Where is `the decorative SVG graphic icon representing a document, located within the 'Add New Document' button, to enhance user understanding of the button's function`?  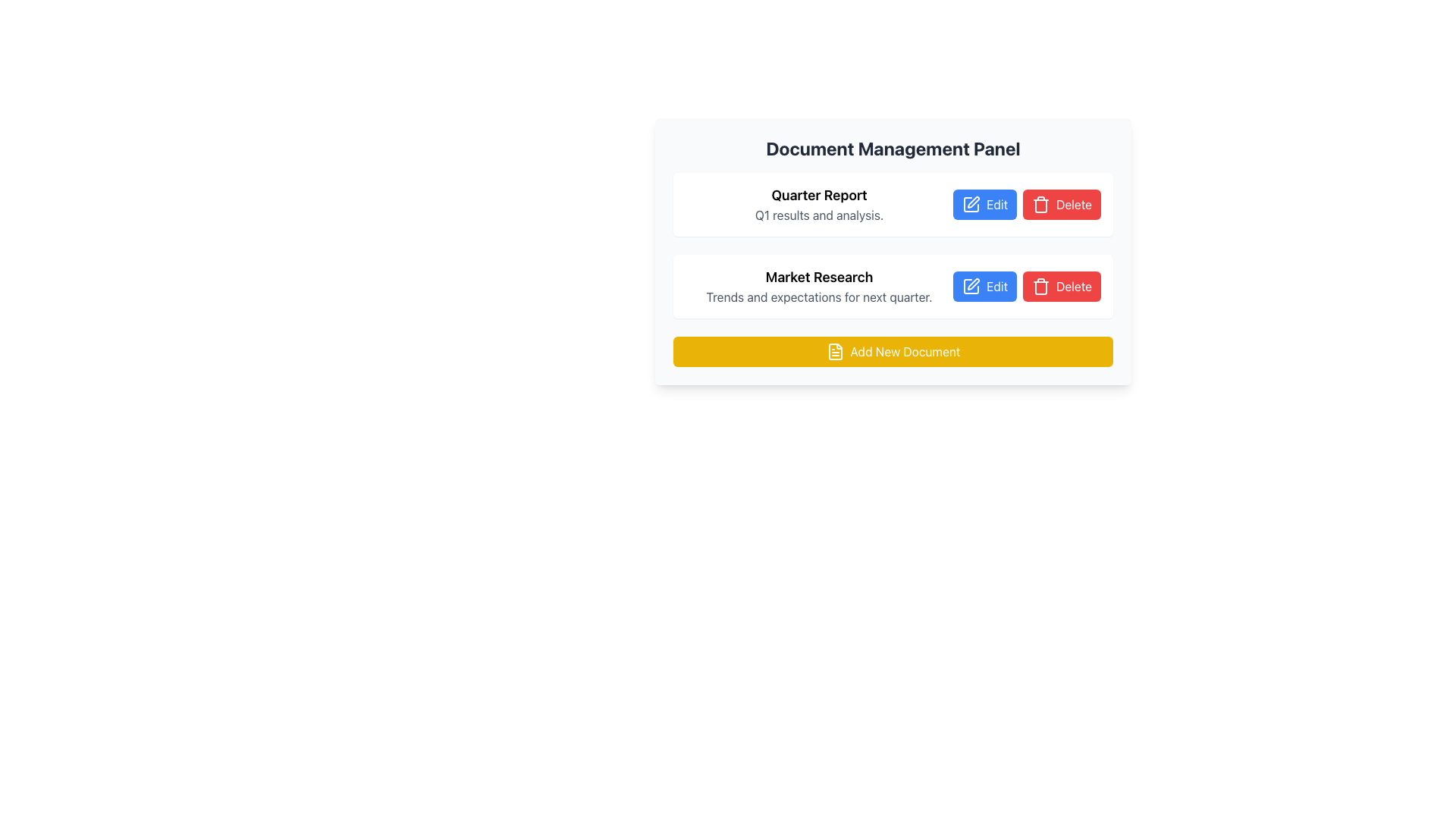
the decorative SVG graphic icon representing a document, located within the 'Add New Document' button, to enhance user understanding of the button's function is located at coordinates (834, 351).